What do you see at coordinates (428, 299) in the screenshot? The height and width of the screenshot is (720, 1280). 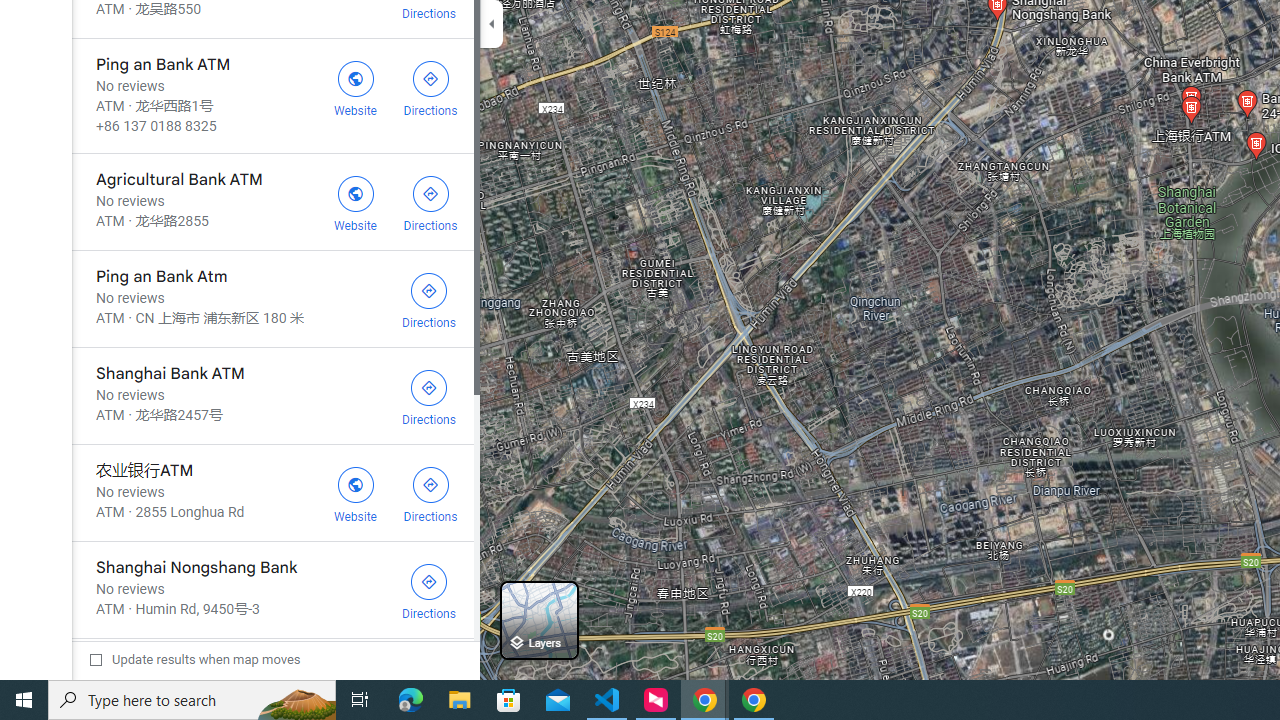 I see `'Get directions to Ping an Bank Atm'` at bounding box center [428, 299].